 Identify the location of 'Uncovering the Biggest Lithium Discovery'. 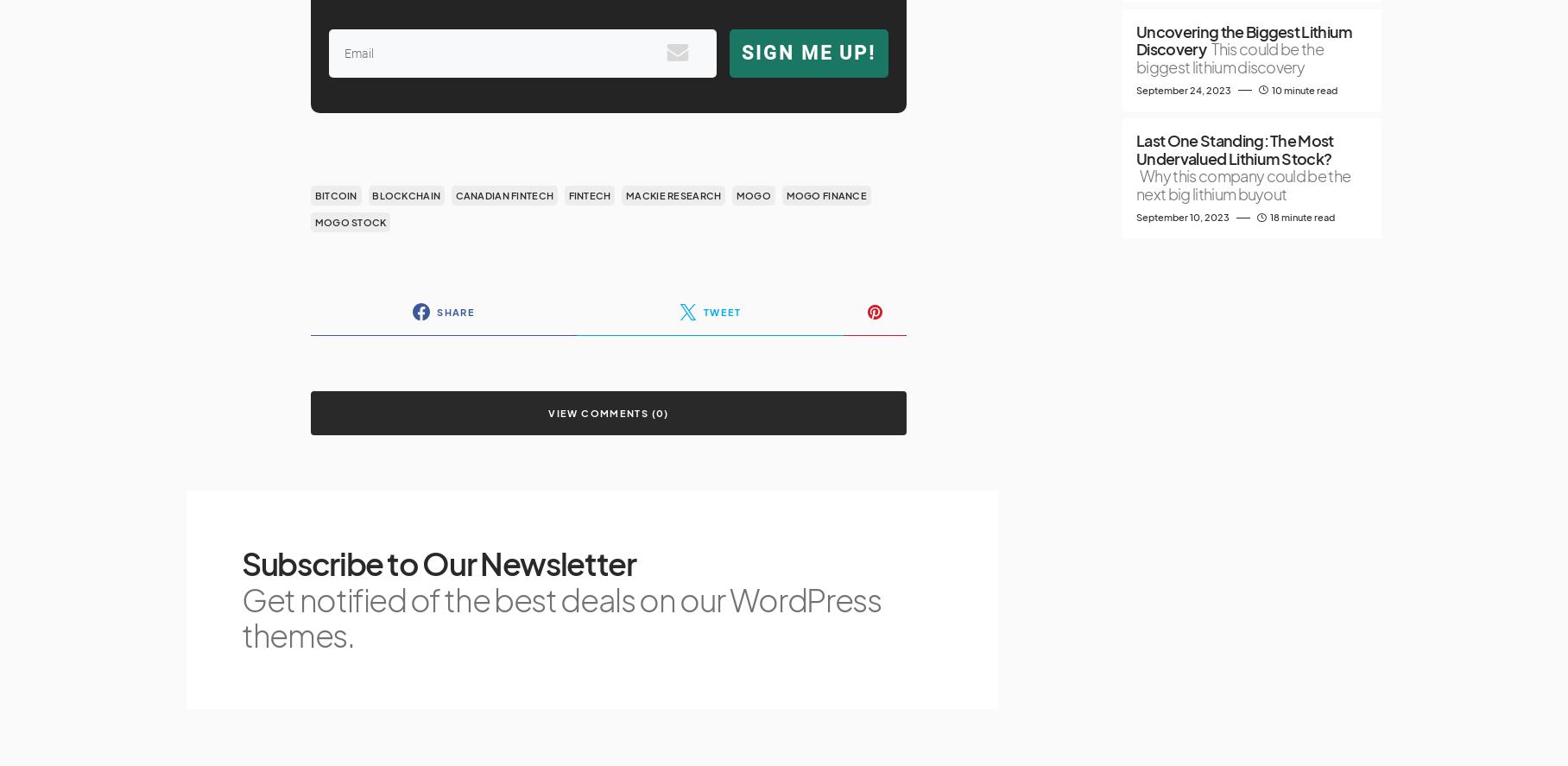
(1243, 40).